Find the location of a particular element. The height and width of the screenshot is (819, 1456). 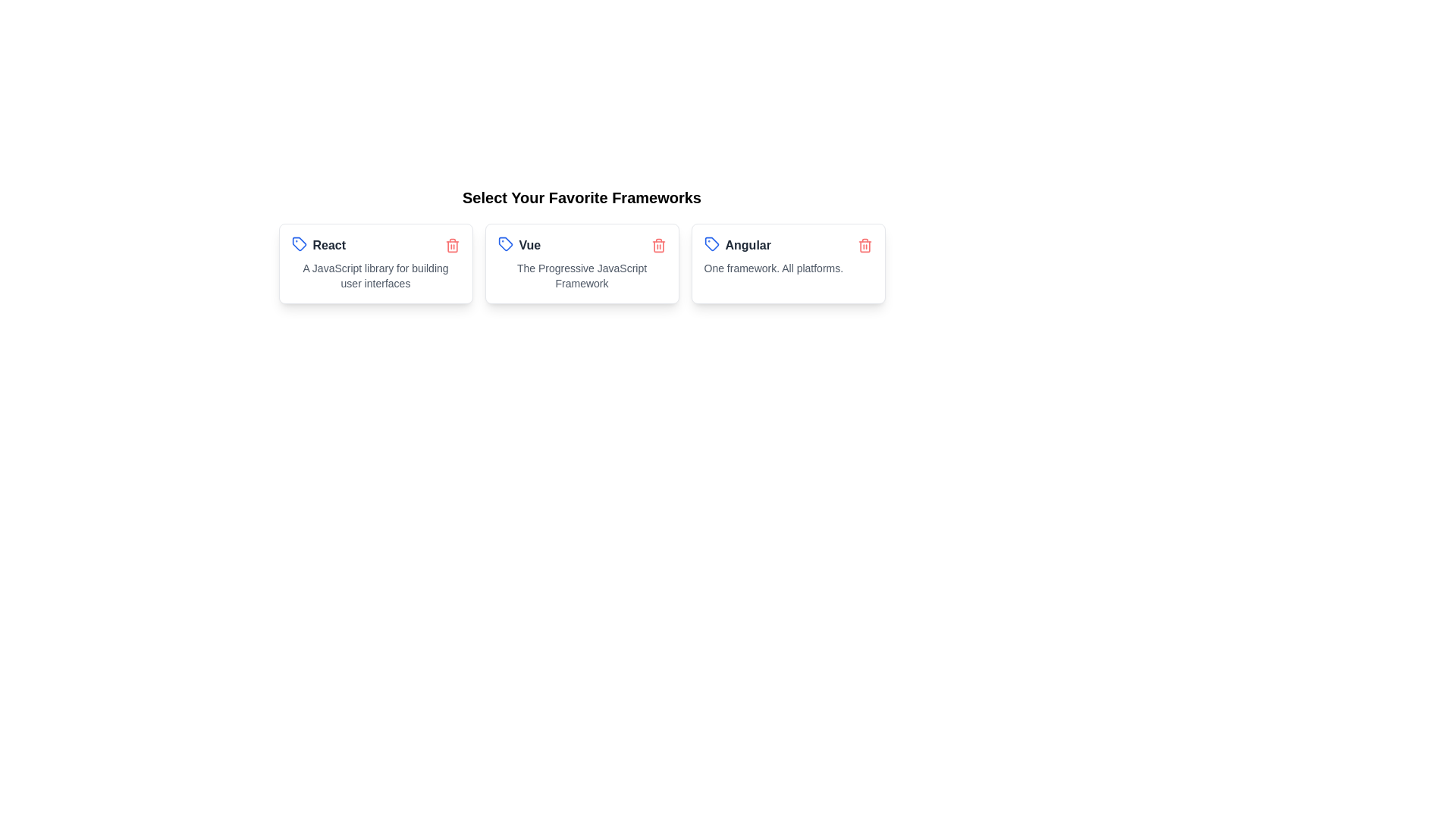

the delete icon of the chip labeled Vue to remove it is located at coordinates (658, 245).